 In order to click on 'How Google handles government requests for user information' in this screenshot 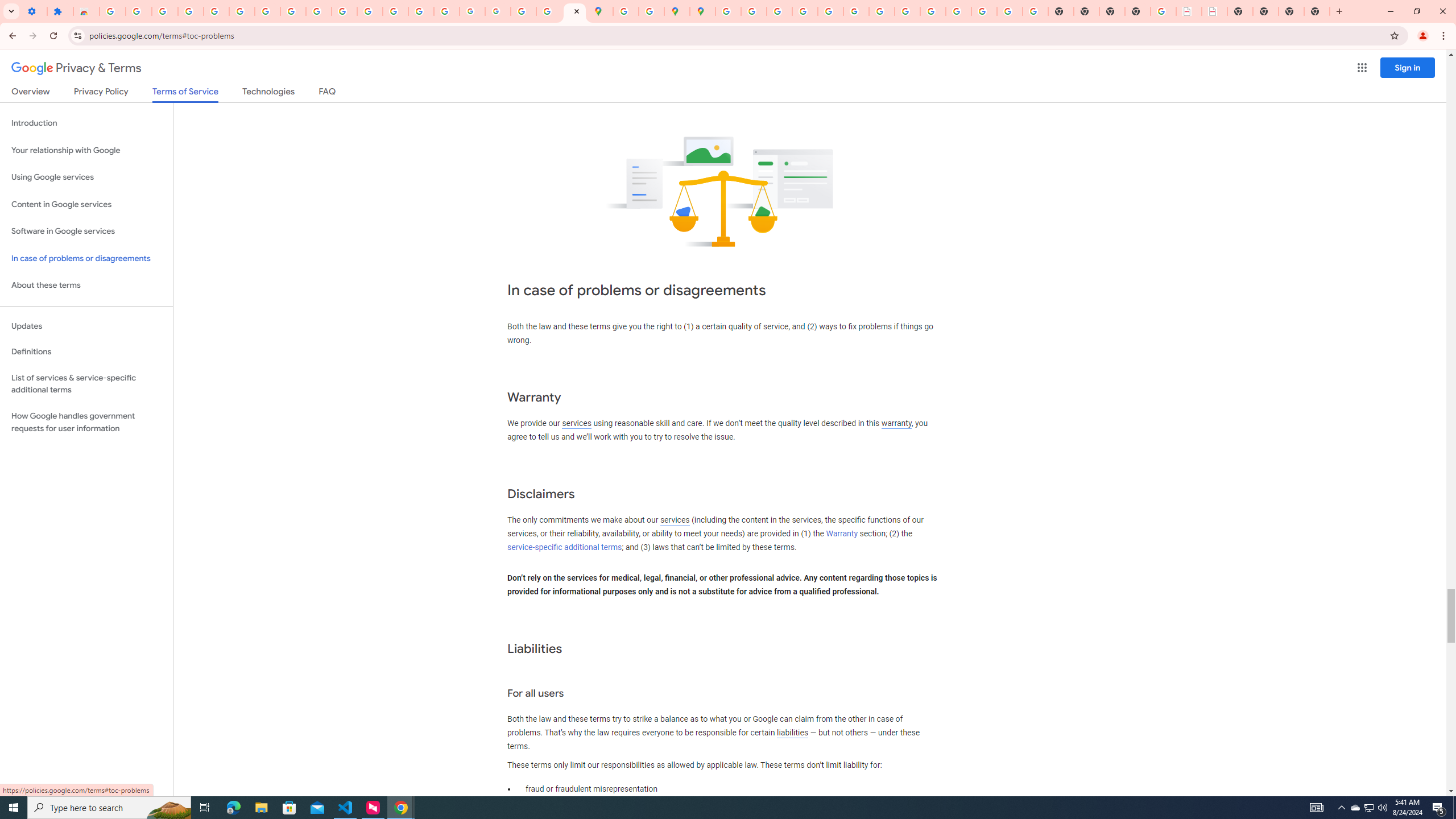, I will do `click(86, 422)`.